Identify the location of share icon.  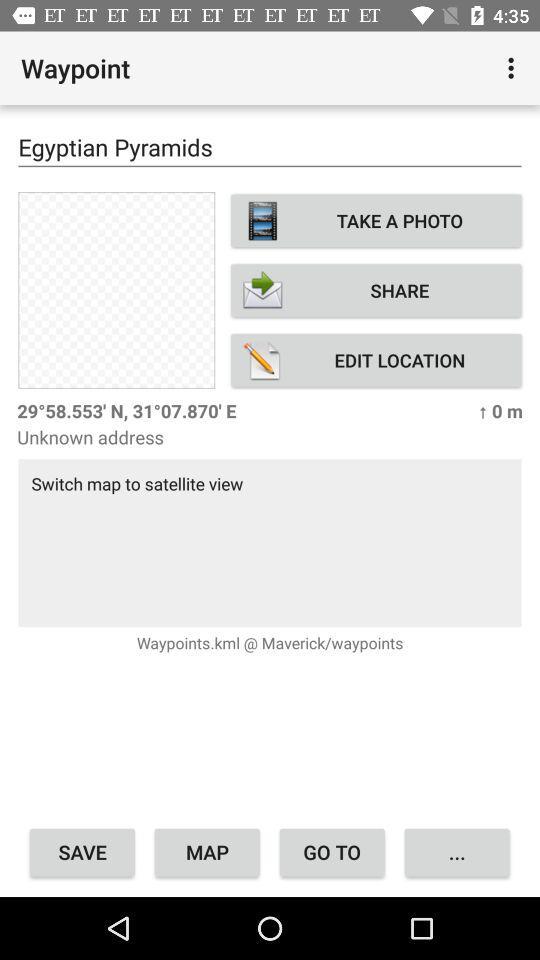
(376, 289).